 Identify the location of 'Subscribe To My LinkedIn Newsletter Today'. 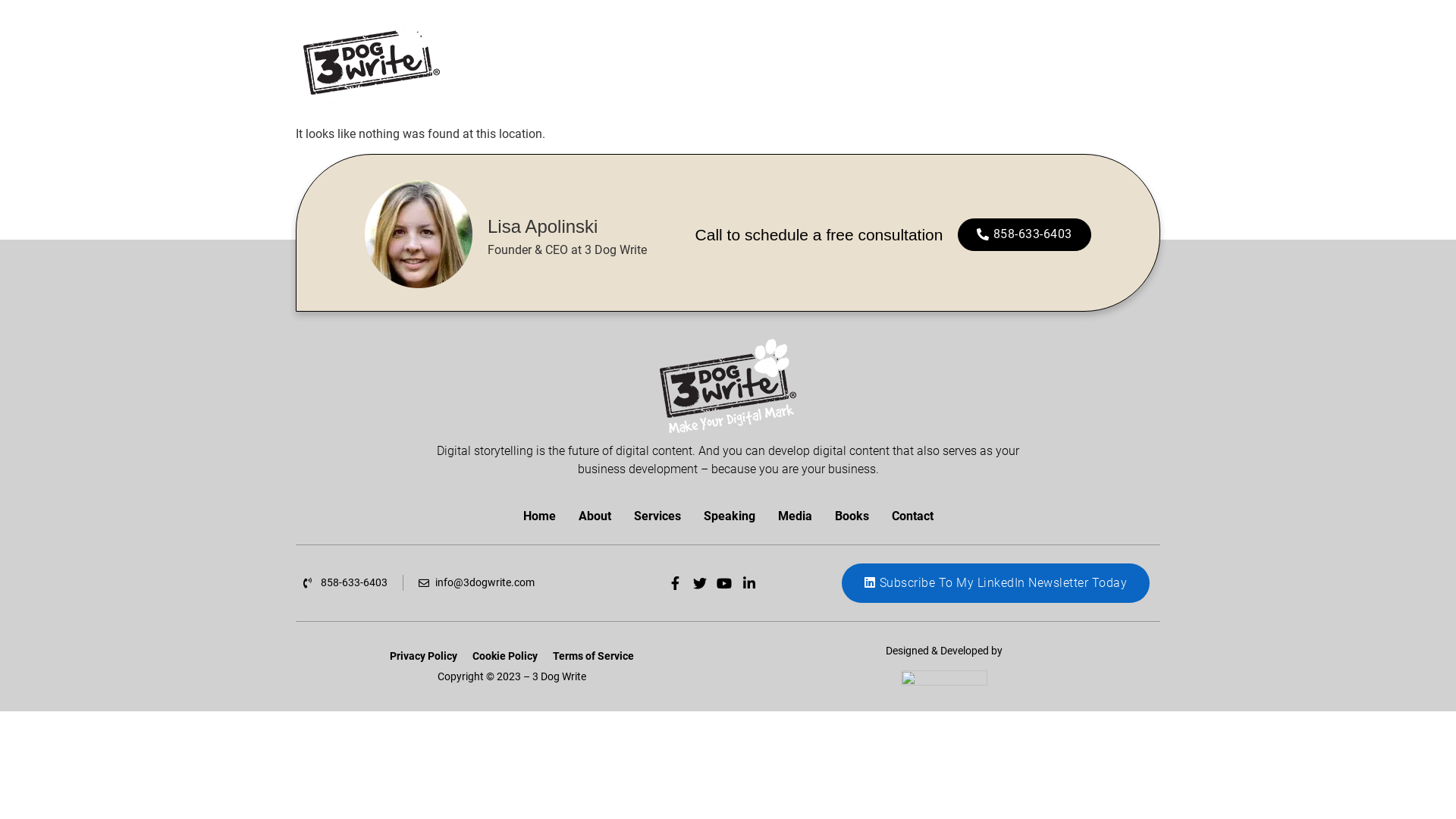
(996, 582).